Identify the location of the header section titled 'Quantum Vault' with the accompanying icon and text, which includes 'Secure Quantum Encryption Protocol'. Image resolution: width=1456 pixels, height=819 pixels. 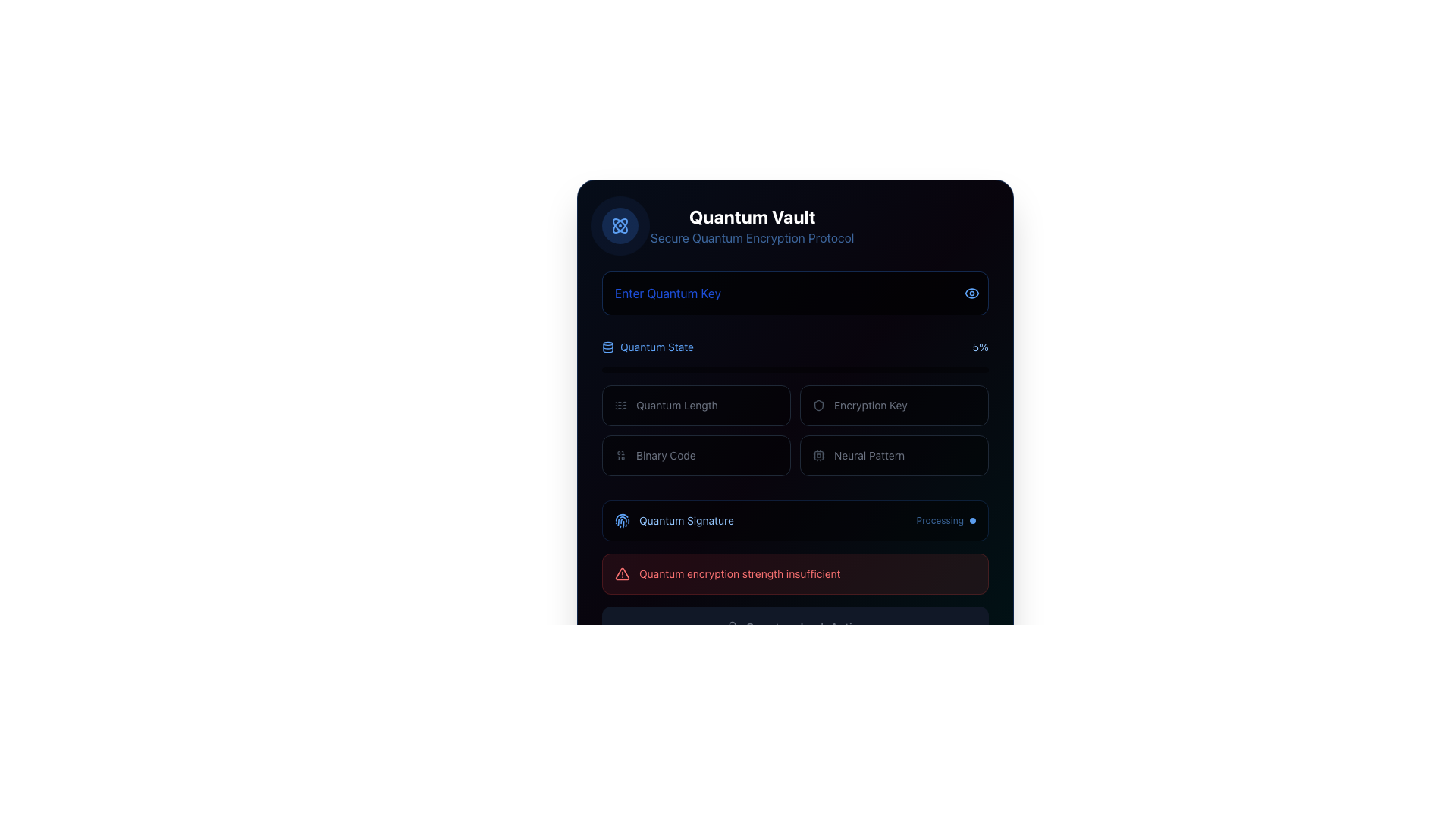
(795, 225).